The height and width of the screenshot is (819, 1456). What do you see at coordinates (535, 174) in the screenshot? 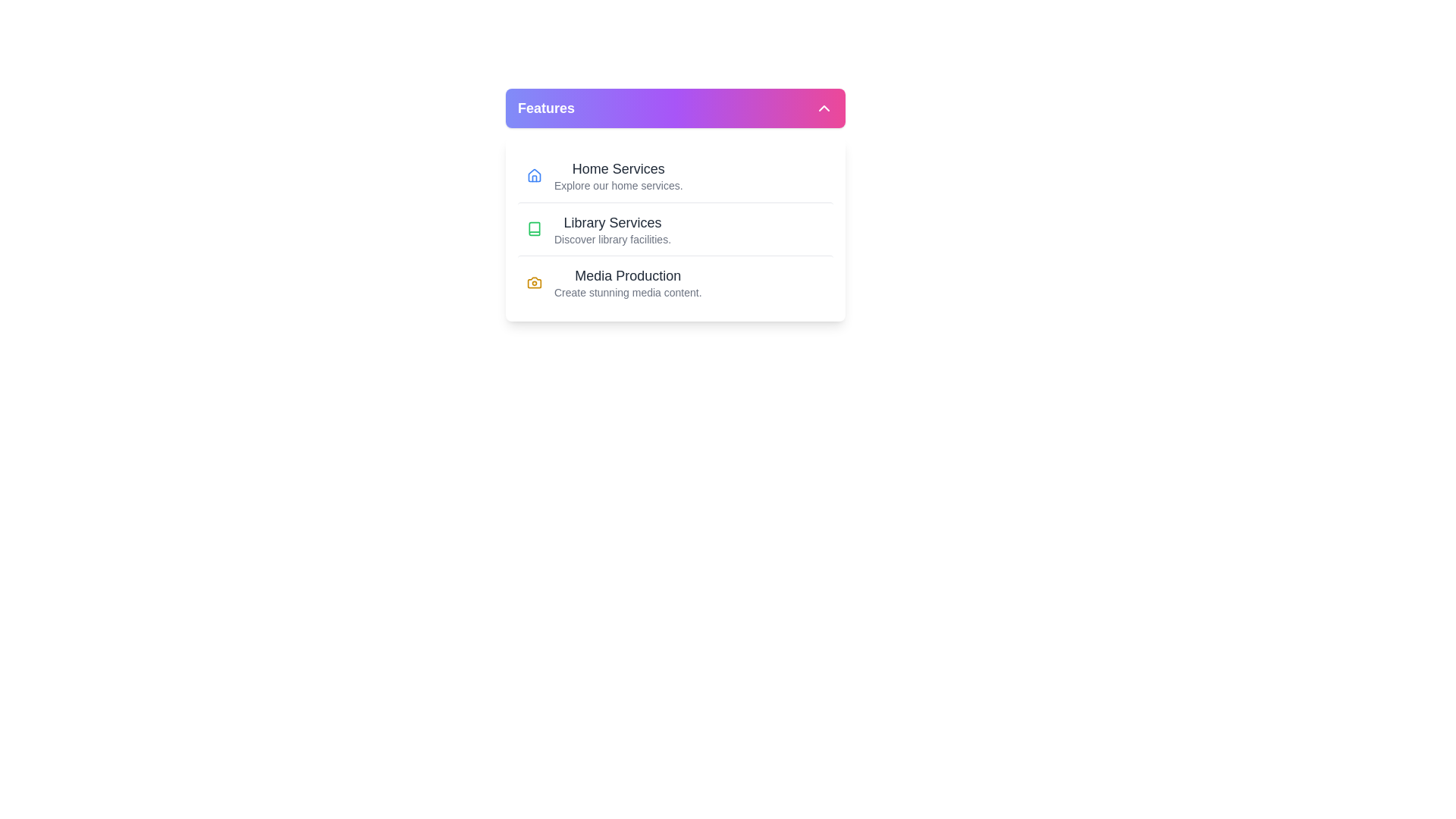
I see `the blue house icon in the 'Home Services' menu item, which is the first visual element to the left of the text label` at bounding box center [535, 174].